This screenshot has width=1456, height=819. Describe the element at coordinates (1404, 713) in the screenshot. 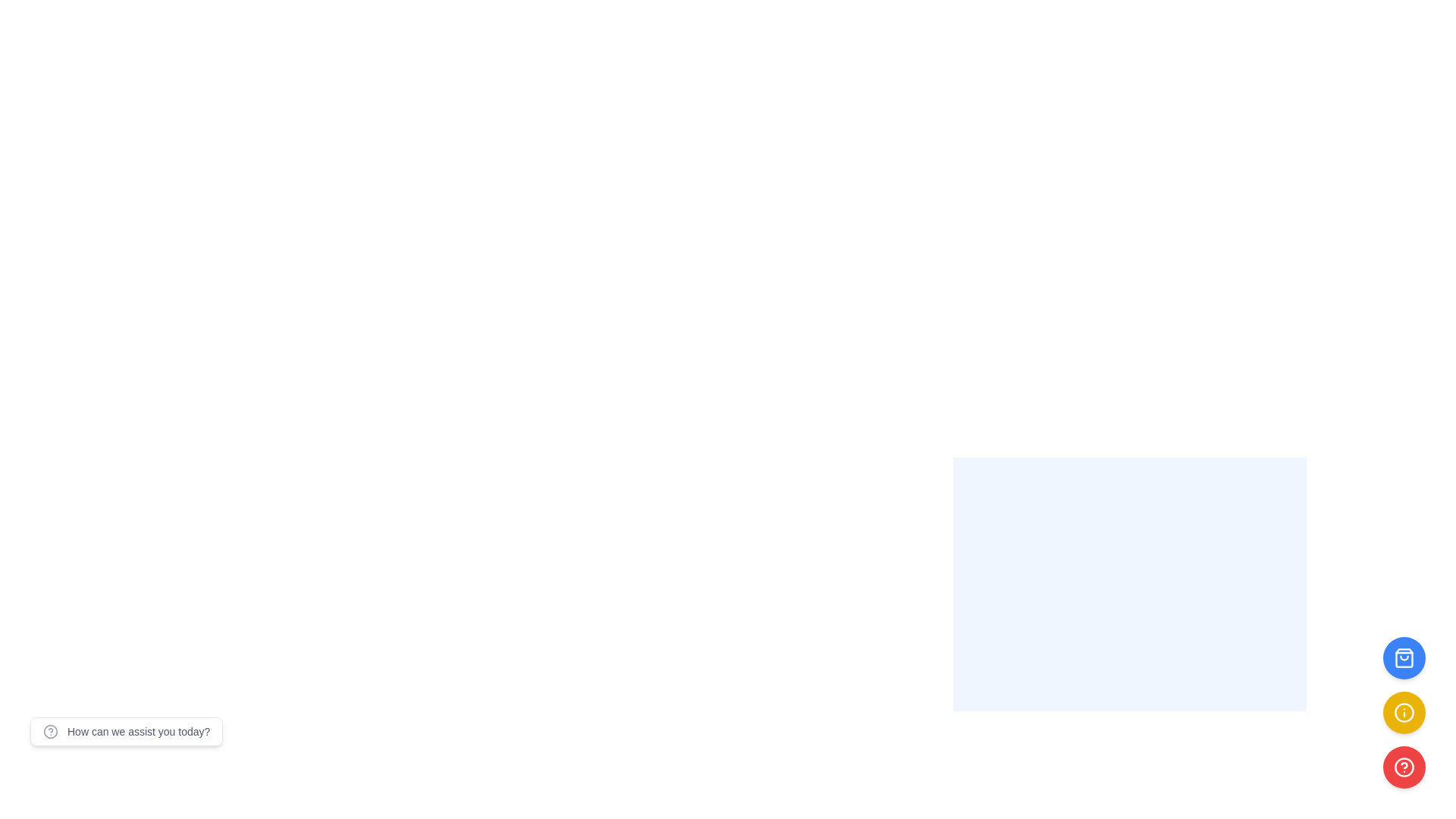

I see `the circular yellow button with a white border containing an information icon` at that location.